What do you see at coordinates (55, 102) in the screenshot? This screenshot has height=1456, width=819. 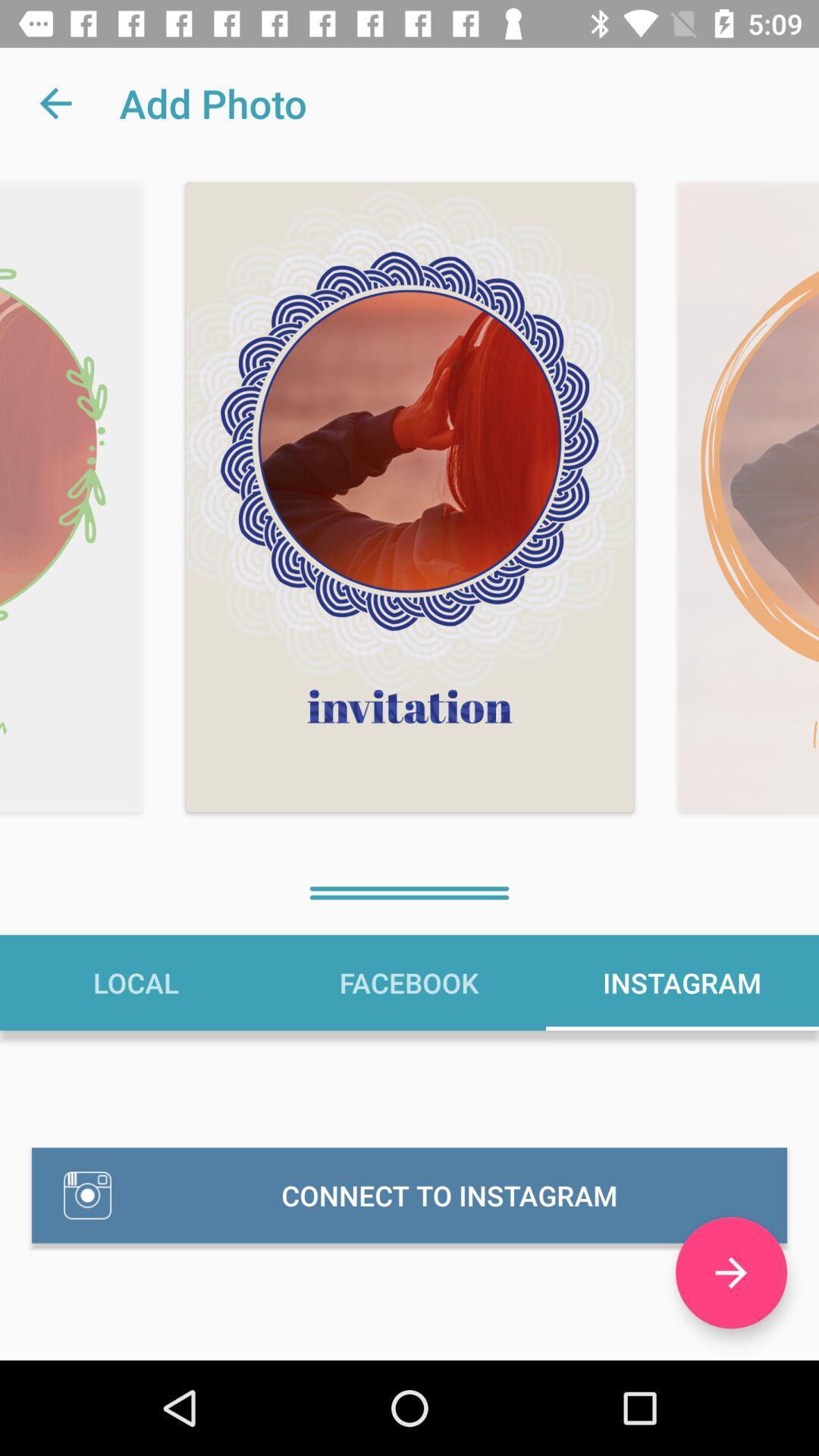 I see `the icon to the left of add photo icon` at bounding box center [55, 102].